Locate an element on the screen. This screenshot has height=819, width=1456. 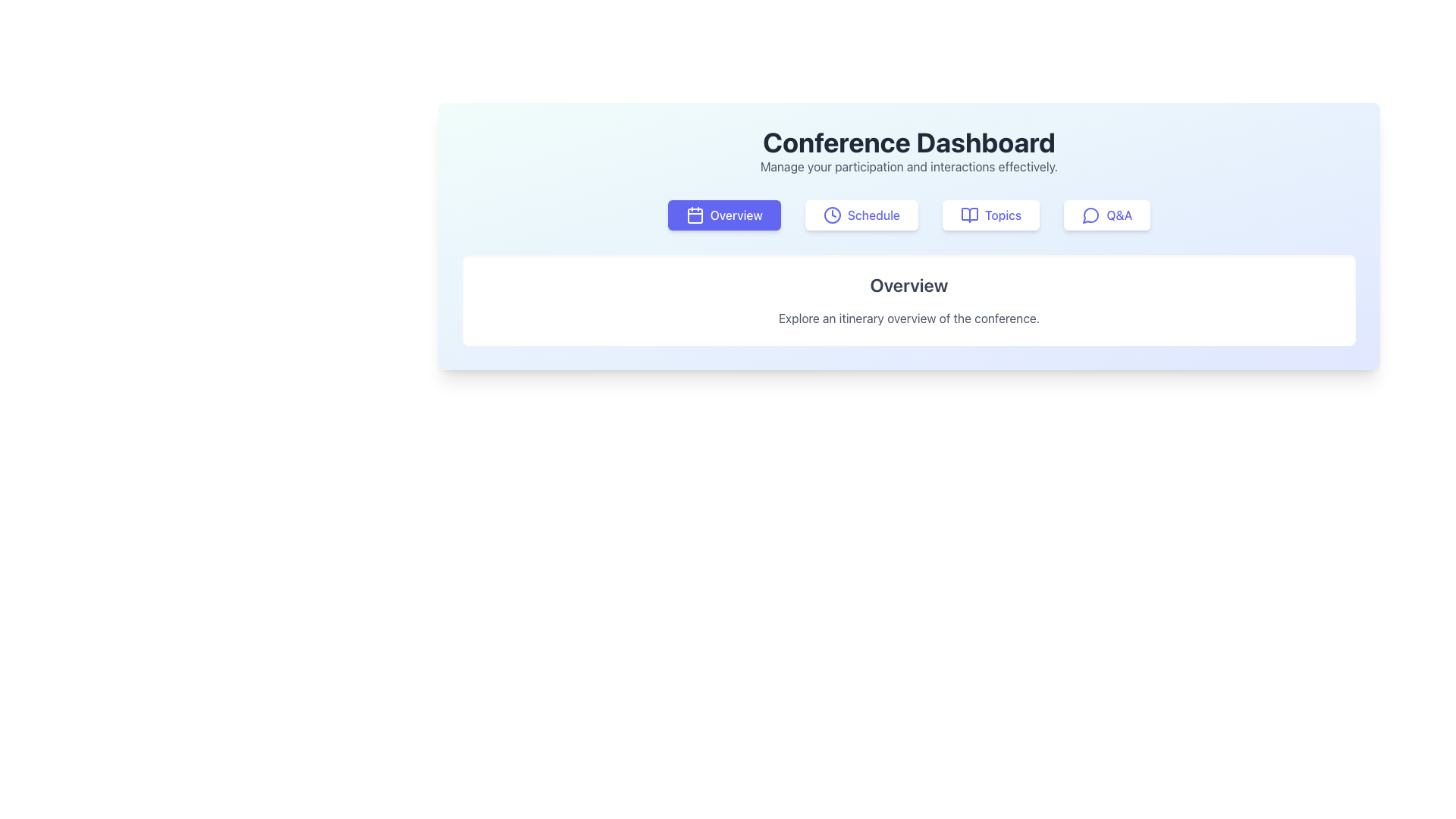
the third tab button labeled 'Topics' located below the 'Conference Dashboard' heading is located at coordinates (991, 215).